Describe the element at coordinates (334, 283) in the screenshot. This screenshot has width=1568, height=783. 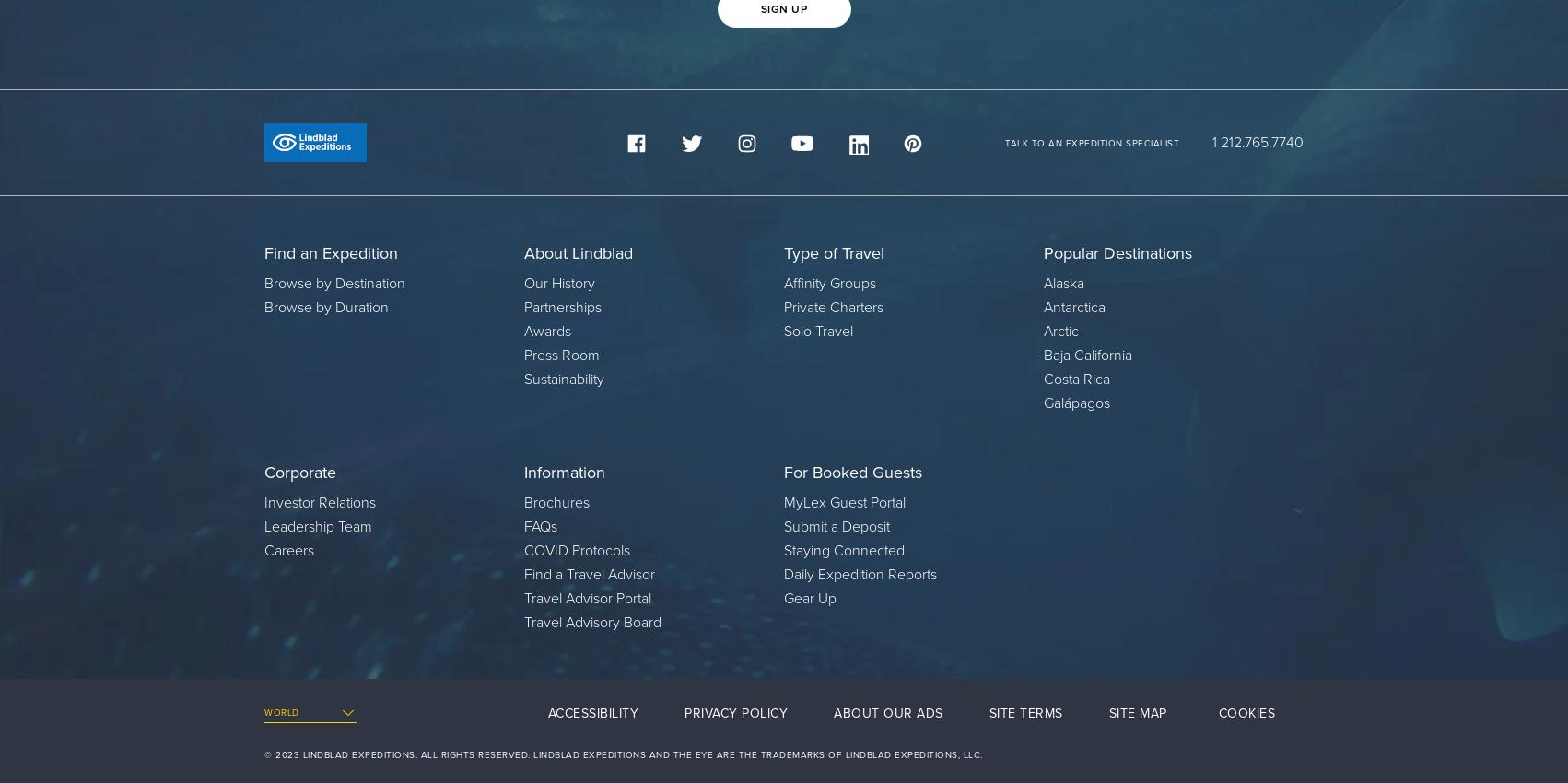
I see `'Browse by Destination'` at that location.